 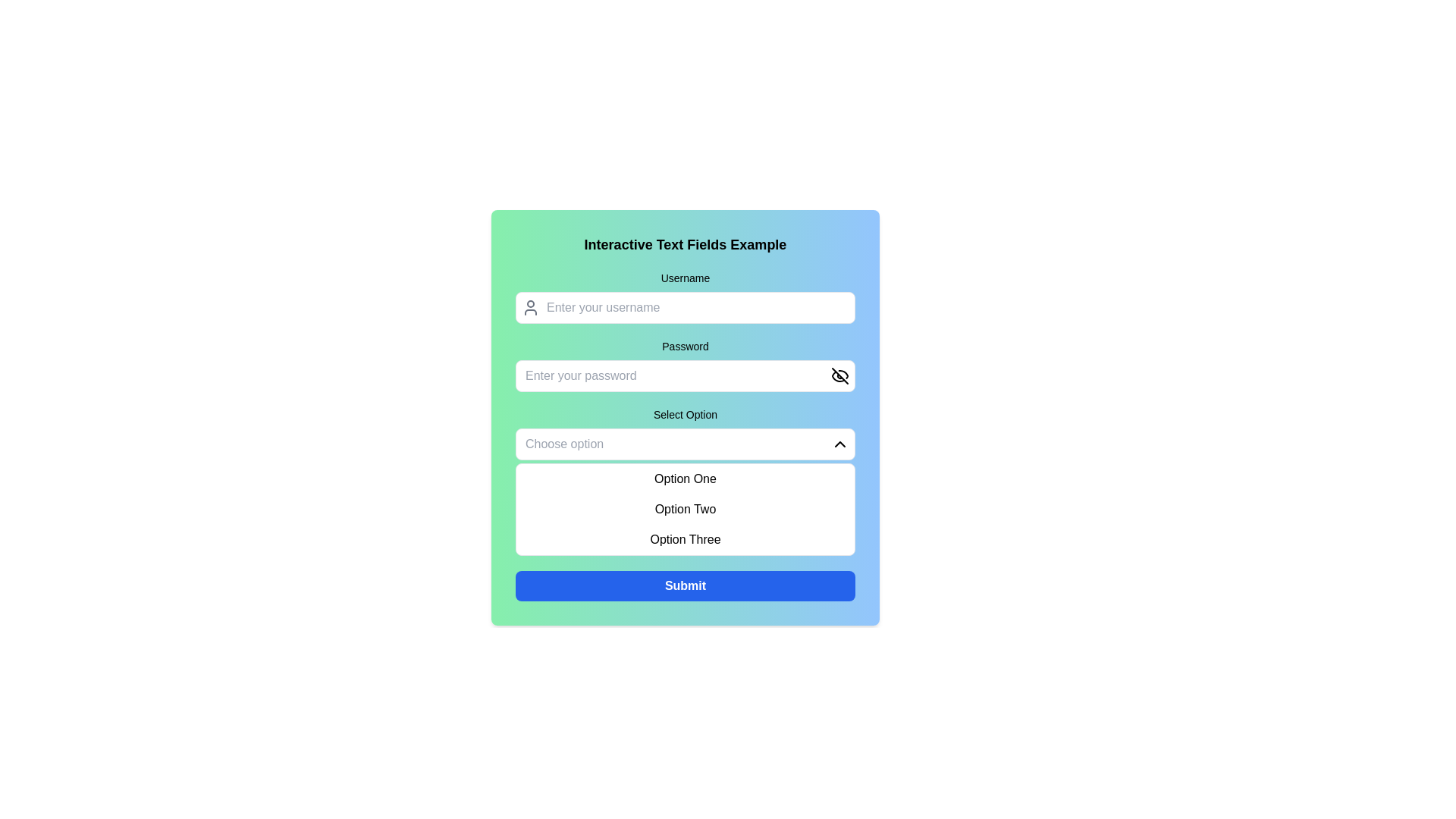 I want to click on the dropdown menu option labeled 'Option Three', so click(x=684, y=539).